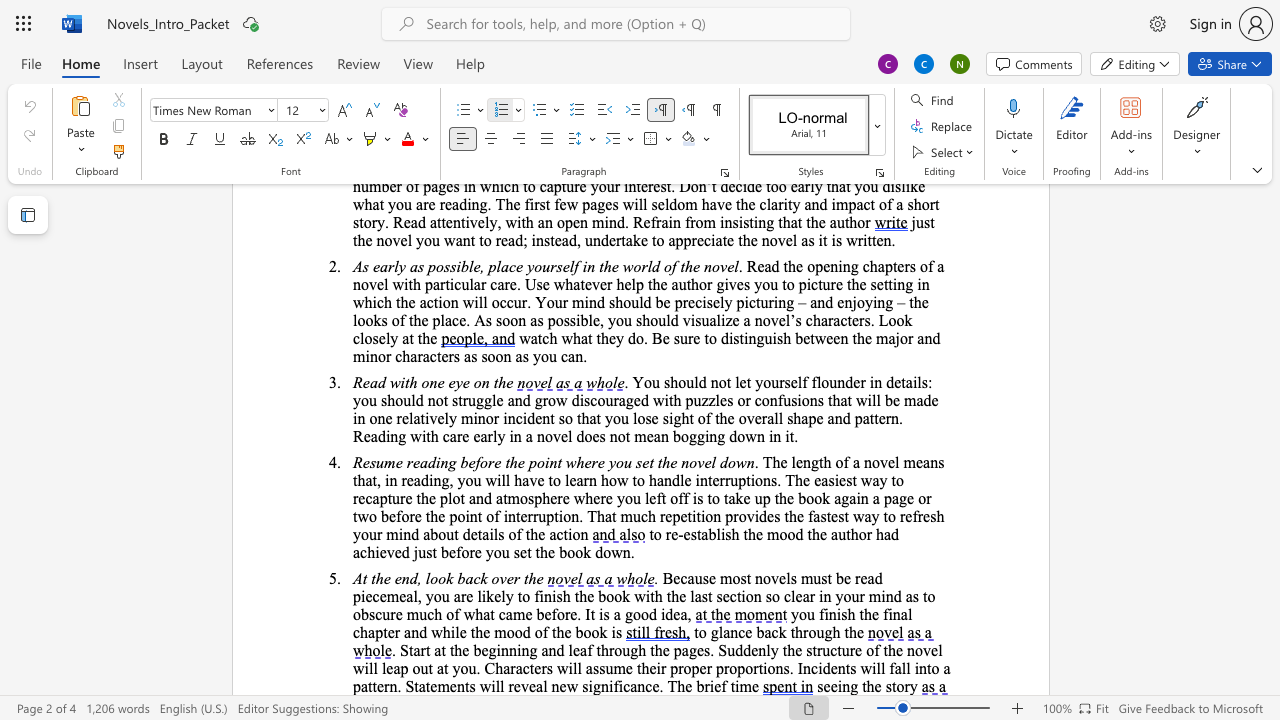 The width and height of the screenshot is (1280, 720). I want to click on the 4th character "c" in the text, so click(625, 685).